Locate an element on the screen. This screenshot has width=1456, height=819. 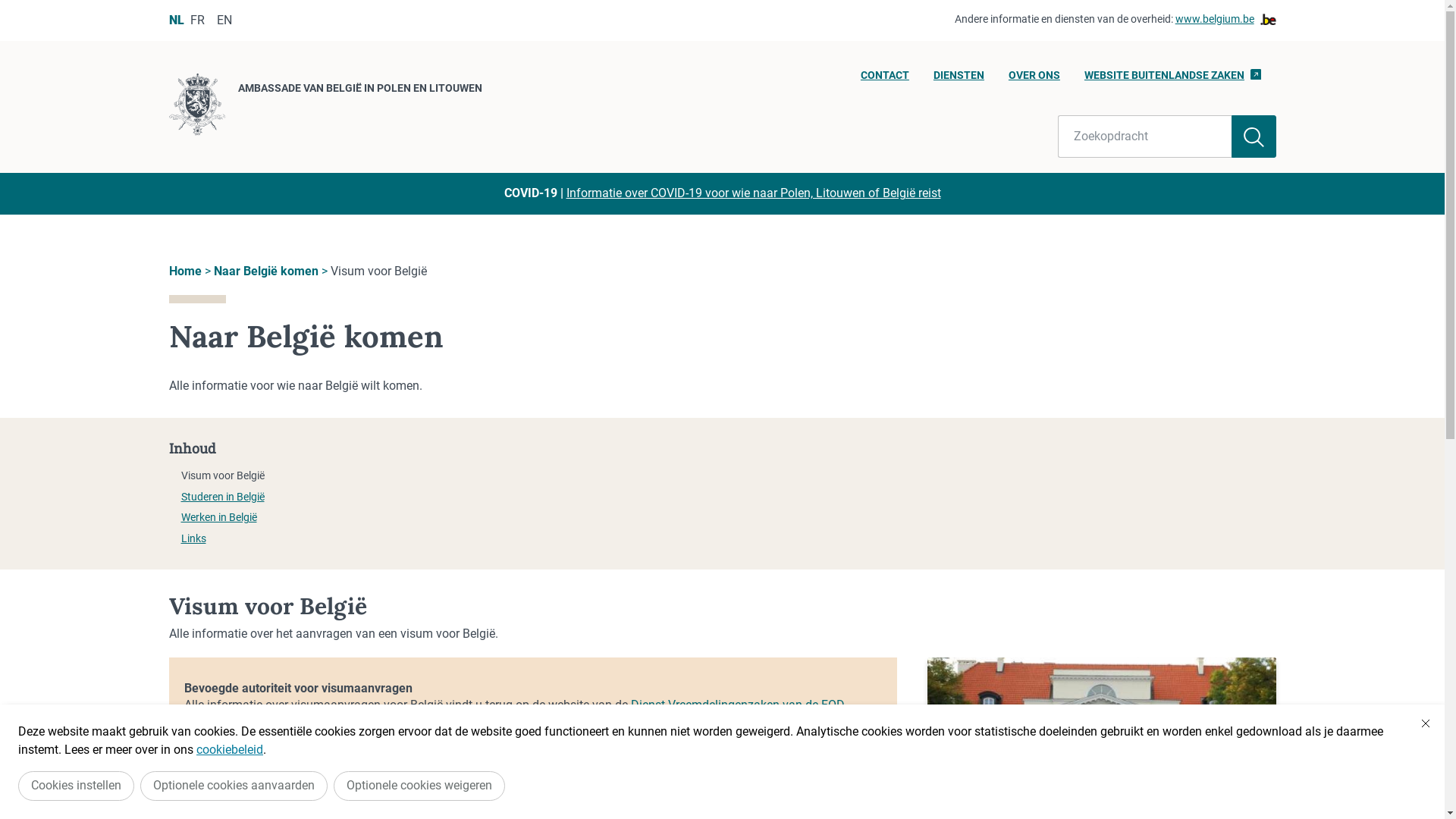
'Sluiten' is located at coordinates (1425, 722).